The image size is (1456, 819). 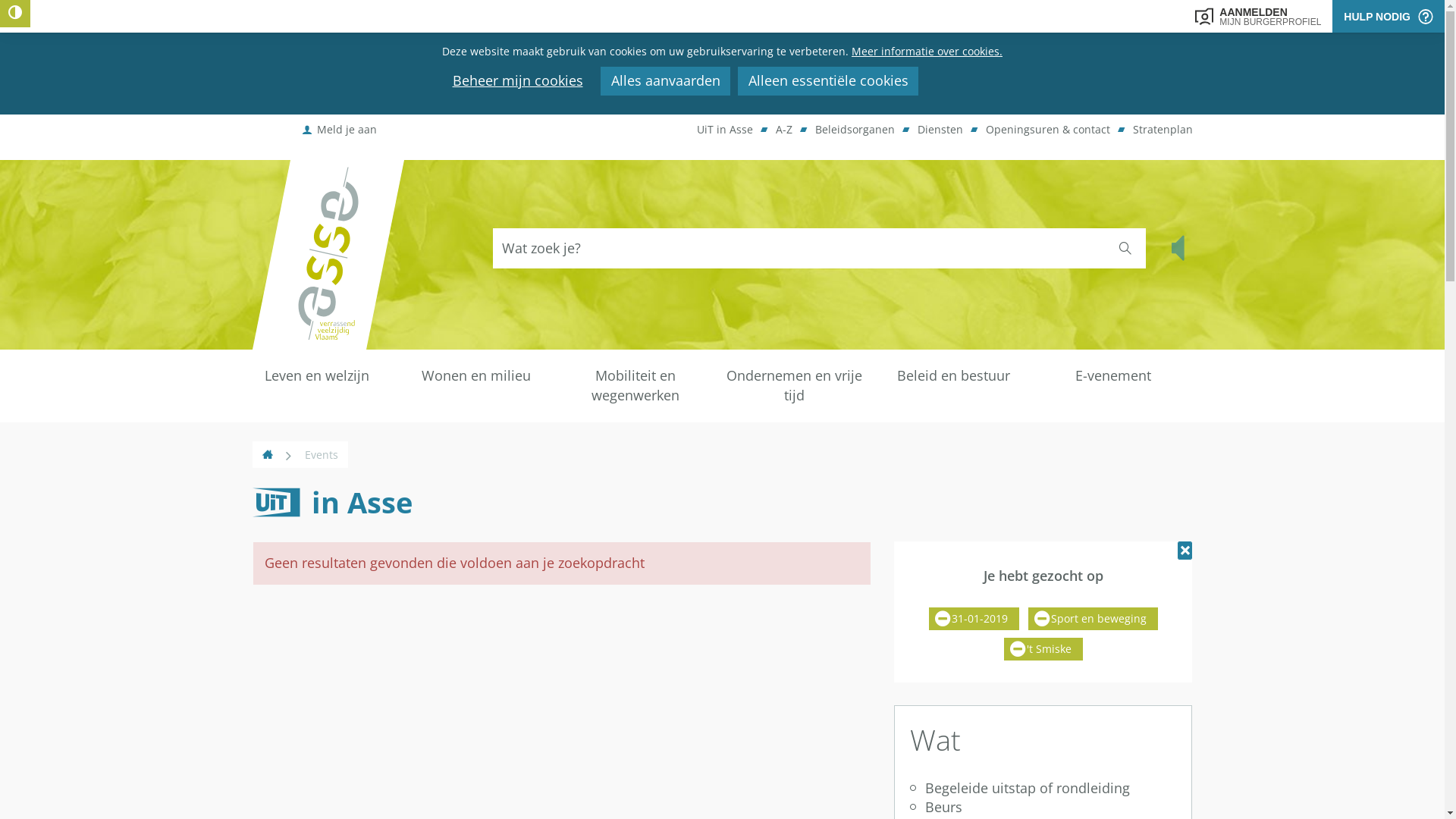 I want to click on 'Meer informatie over cookies.', so click(x=926, y=50).